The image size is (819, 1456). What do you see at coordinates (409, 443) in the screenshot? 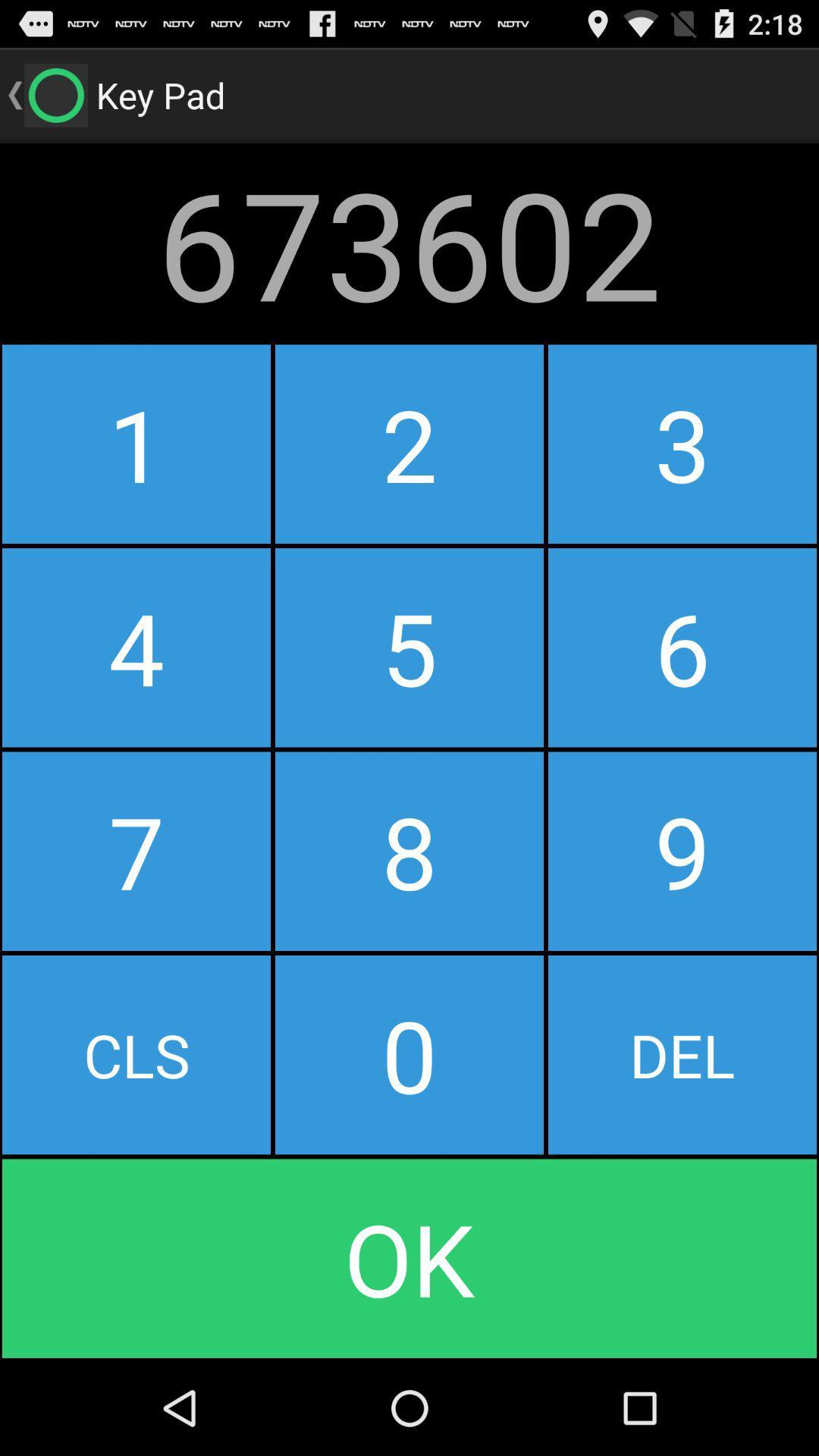
I see `the item above 4 icon` at bounding box center [409, 443].